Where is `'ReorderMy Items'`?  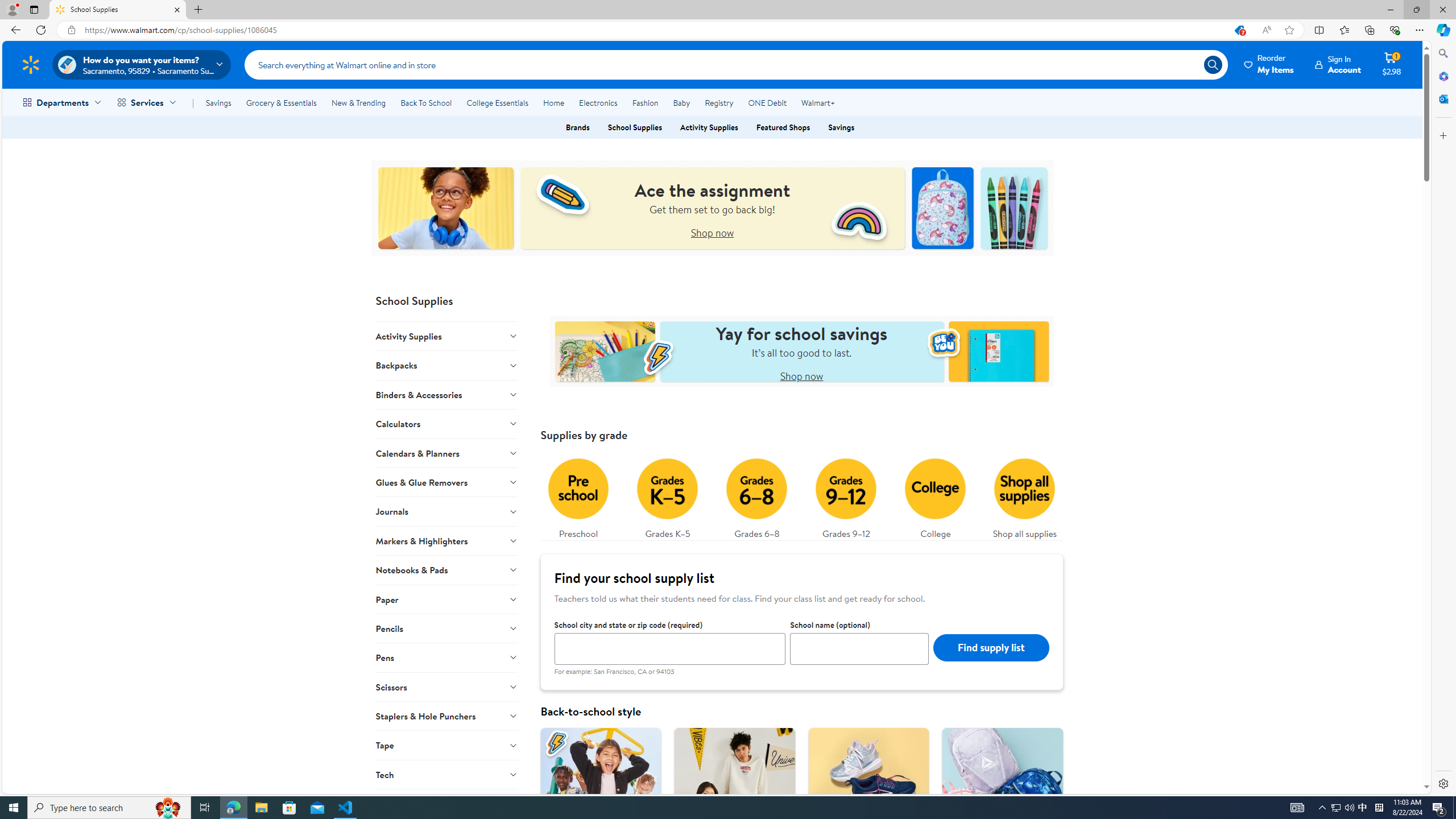 'ReorderMy Items' is located at coordinates (1269, 64).